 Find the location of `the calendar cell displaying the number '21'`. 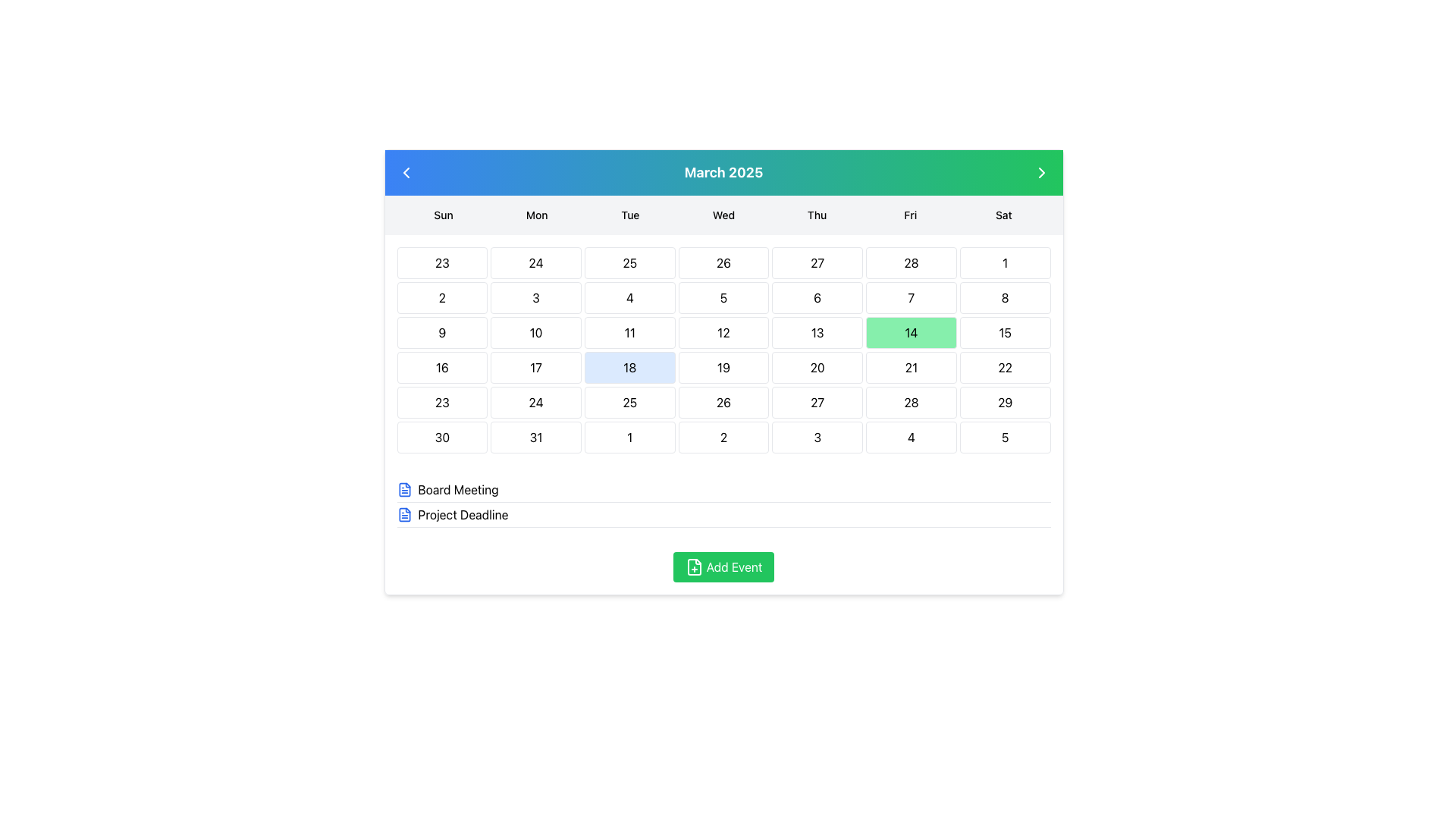

the calendar cell displaying the number '21' is located at coordinates (910, 368).